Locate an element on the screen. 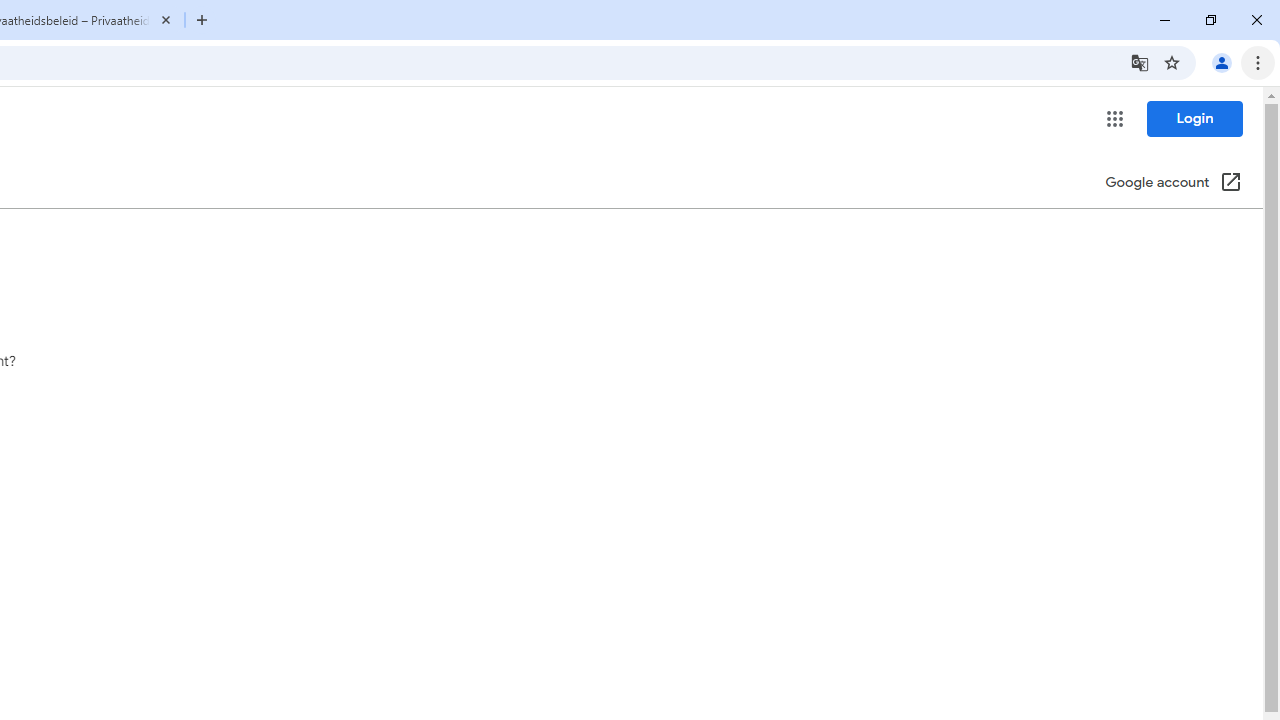  'Bookmark this tab' is located at coordinates (1171, 61).